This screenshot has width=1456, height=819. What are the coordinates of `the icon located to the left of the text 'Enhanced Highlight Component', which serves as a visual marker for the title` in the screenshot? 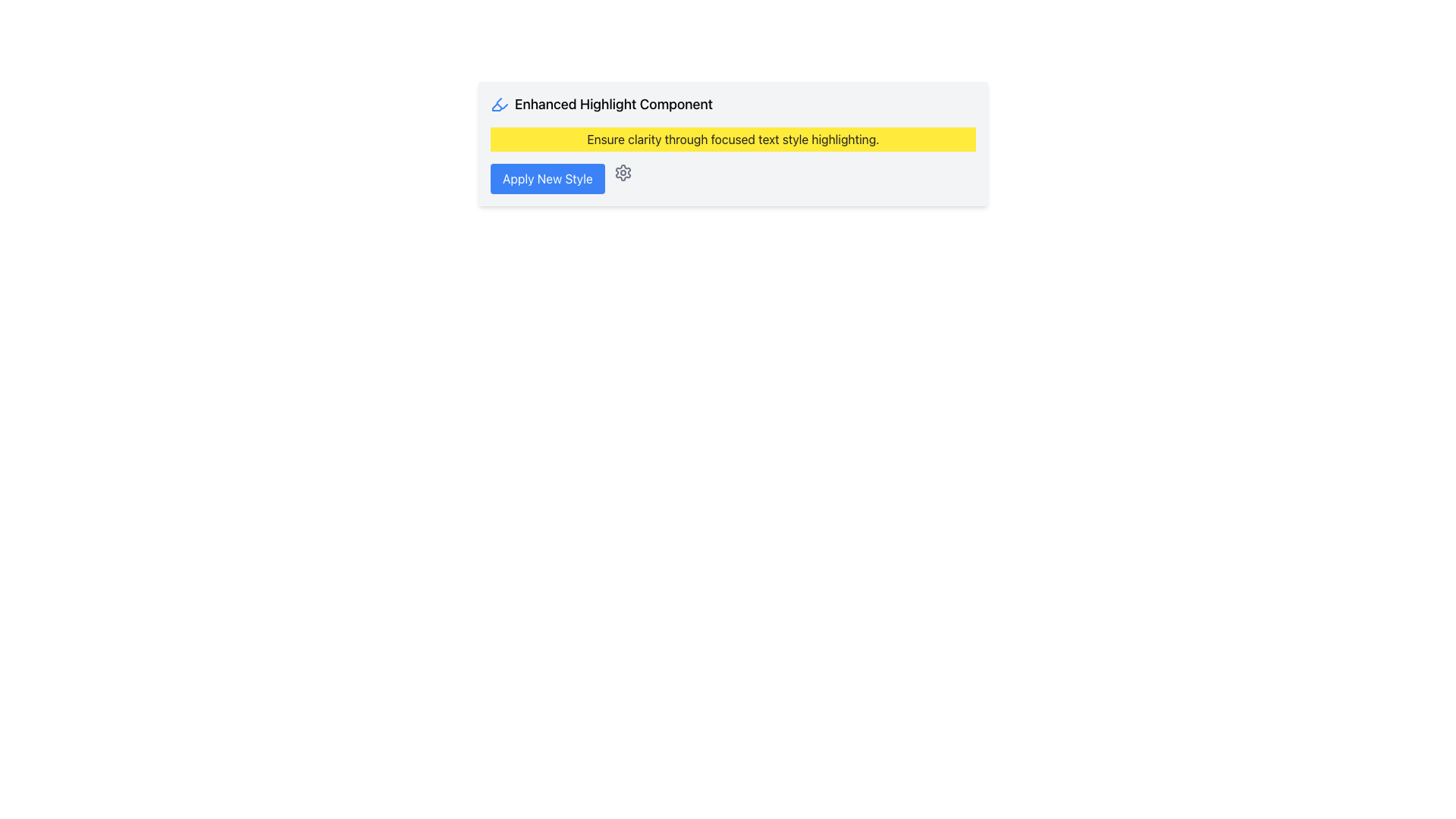 It's located at (499, 104).